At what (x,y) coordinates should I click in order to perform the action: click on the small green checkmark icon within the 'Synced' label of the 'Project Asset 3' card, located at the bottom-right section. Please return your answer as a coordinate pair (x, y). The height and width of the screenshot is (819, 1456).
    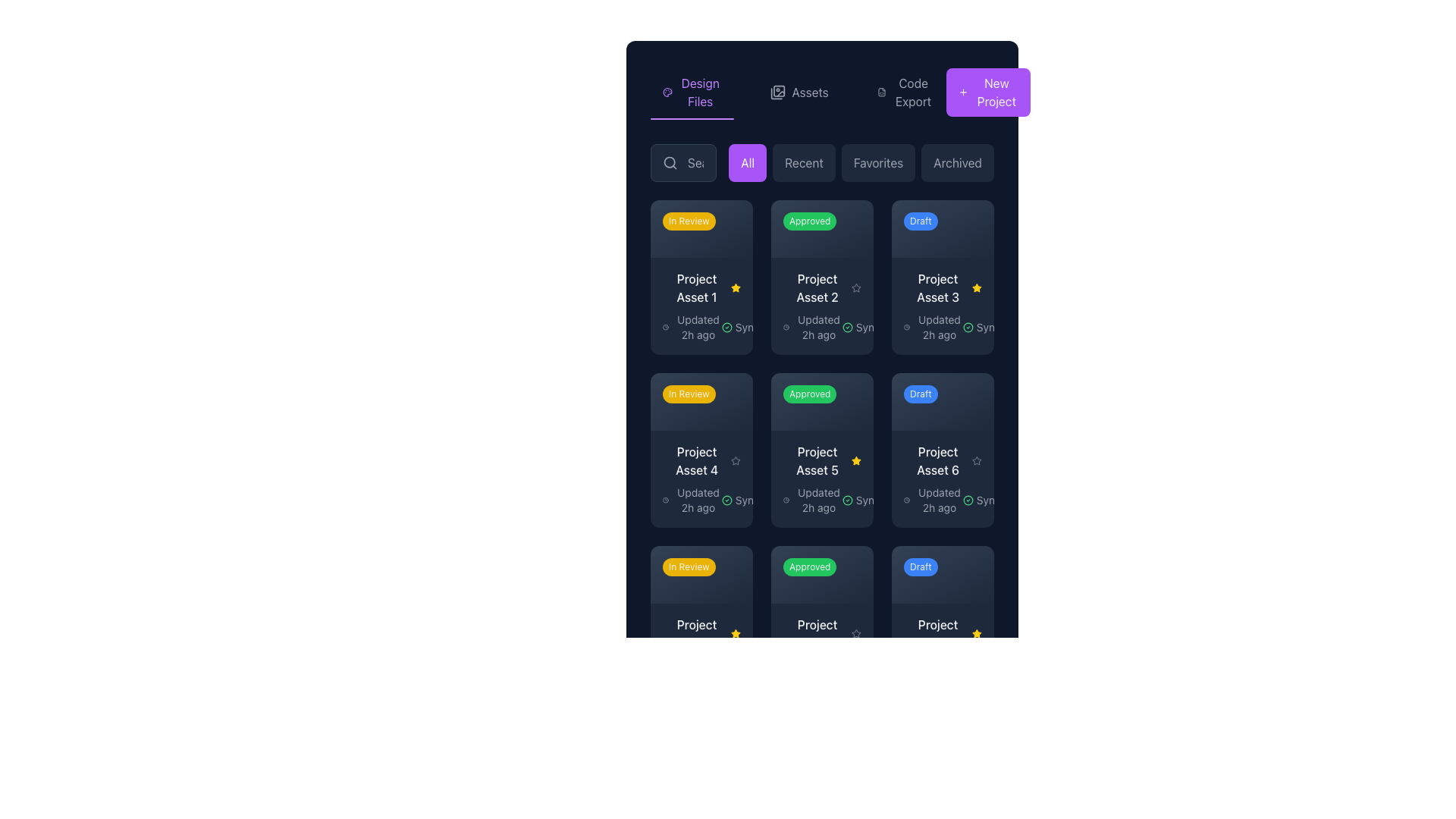
    Looking at the image, I should click on (967, 326).